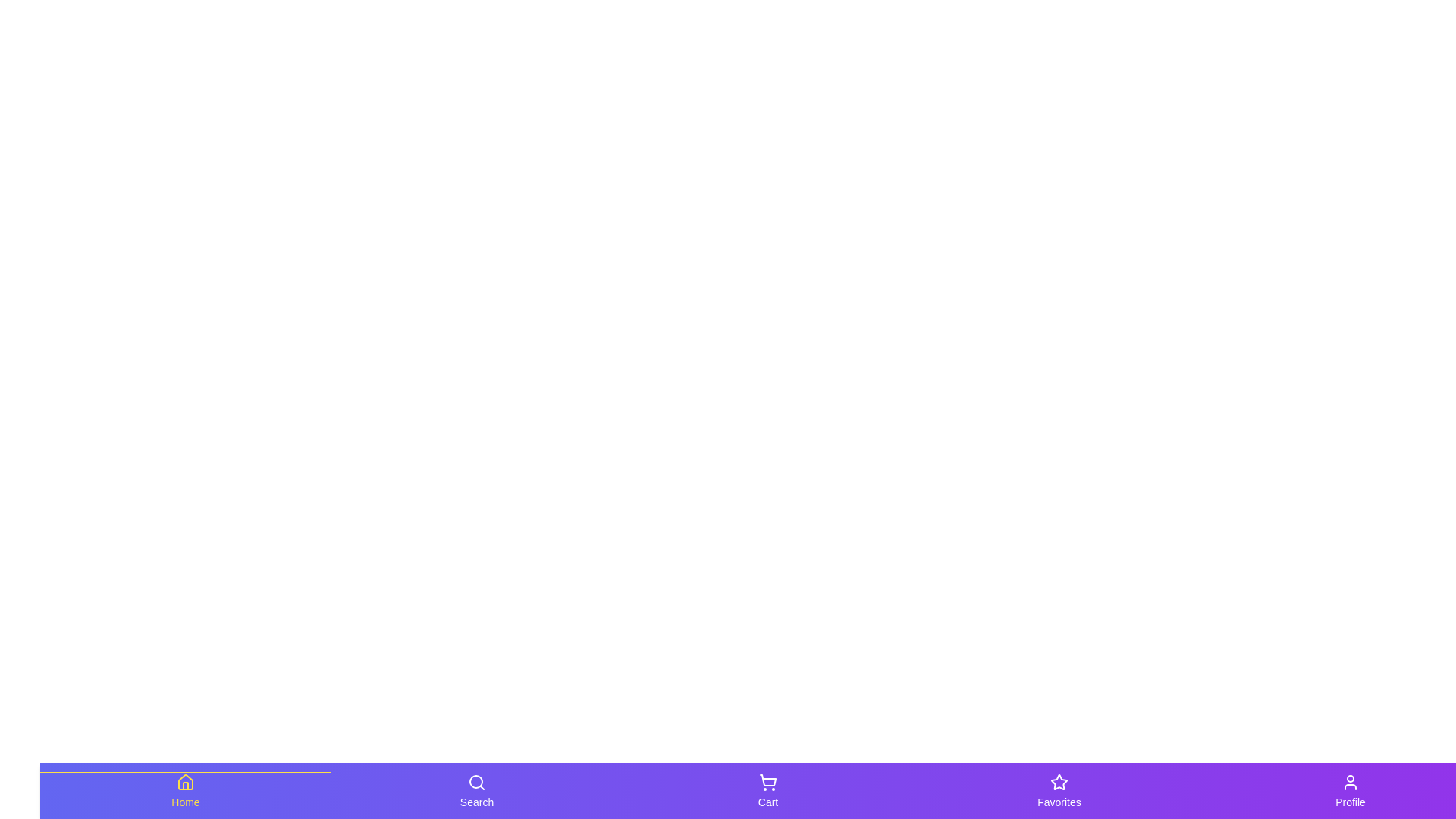  What do you see at coordinates (1058, 789) in the screenshot?
I see `the navigation tab labeled Favorites` at bounding box center [1058, 789].